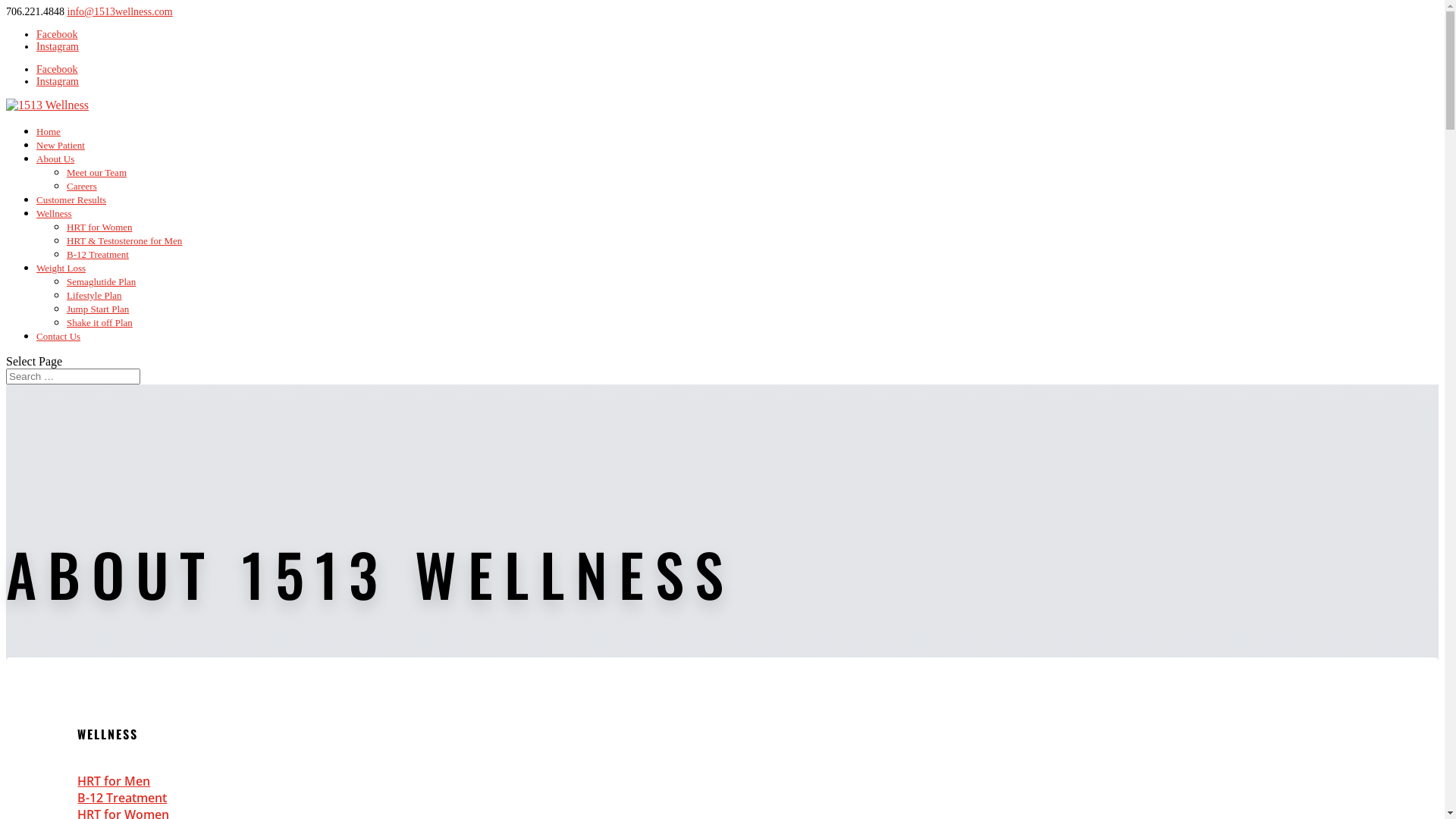  What do you see at coordinates (99, 322) in the screenshot?
I see `'Shake it off Plan'` at bounding box center [99, 322].